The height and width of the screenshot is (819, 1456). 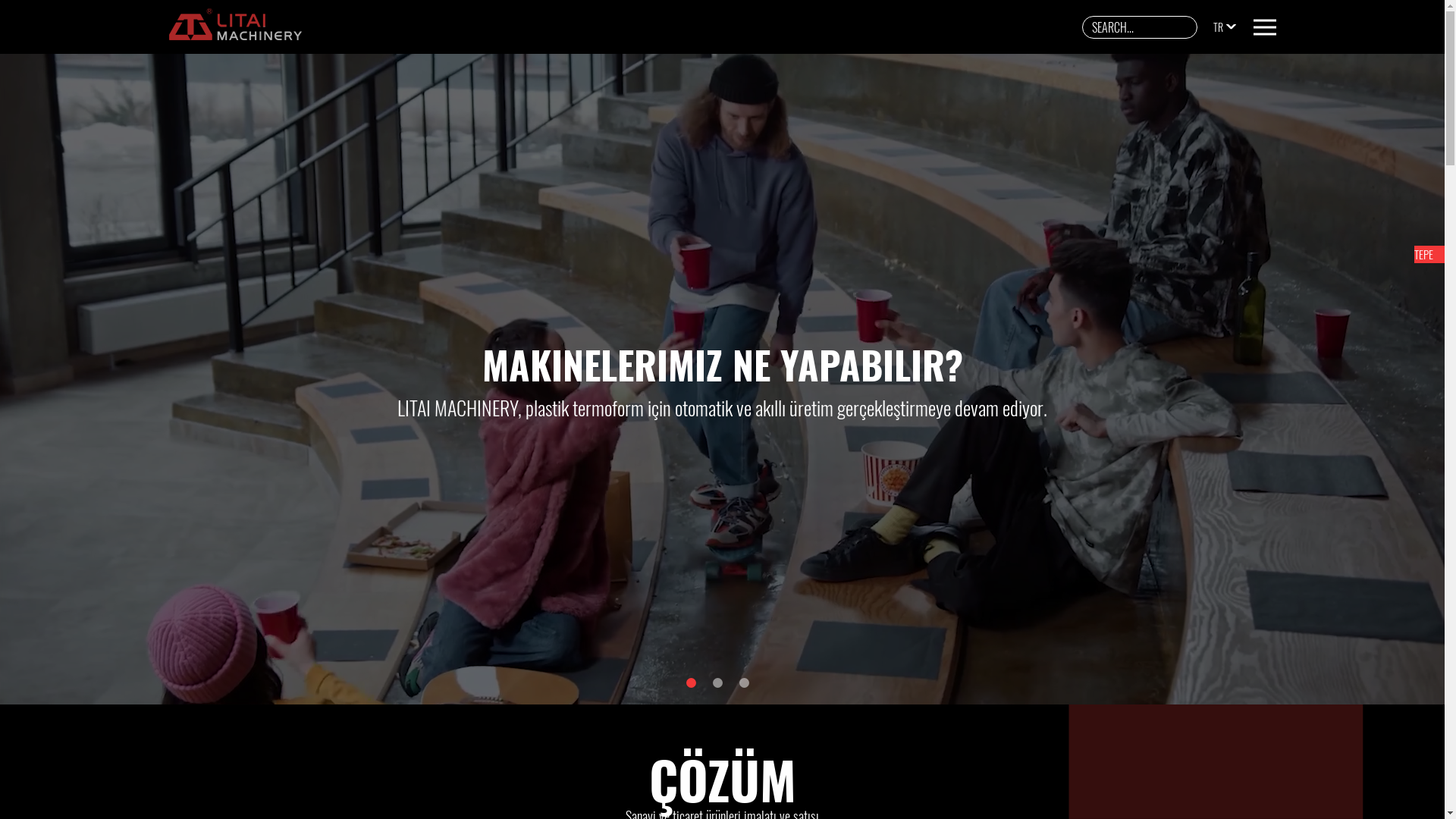 What do you see at coordinates (717, 682) in the screenshot?
I see `'2'` at bounding box center [717, 682].